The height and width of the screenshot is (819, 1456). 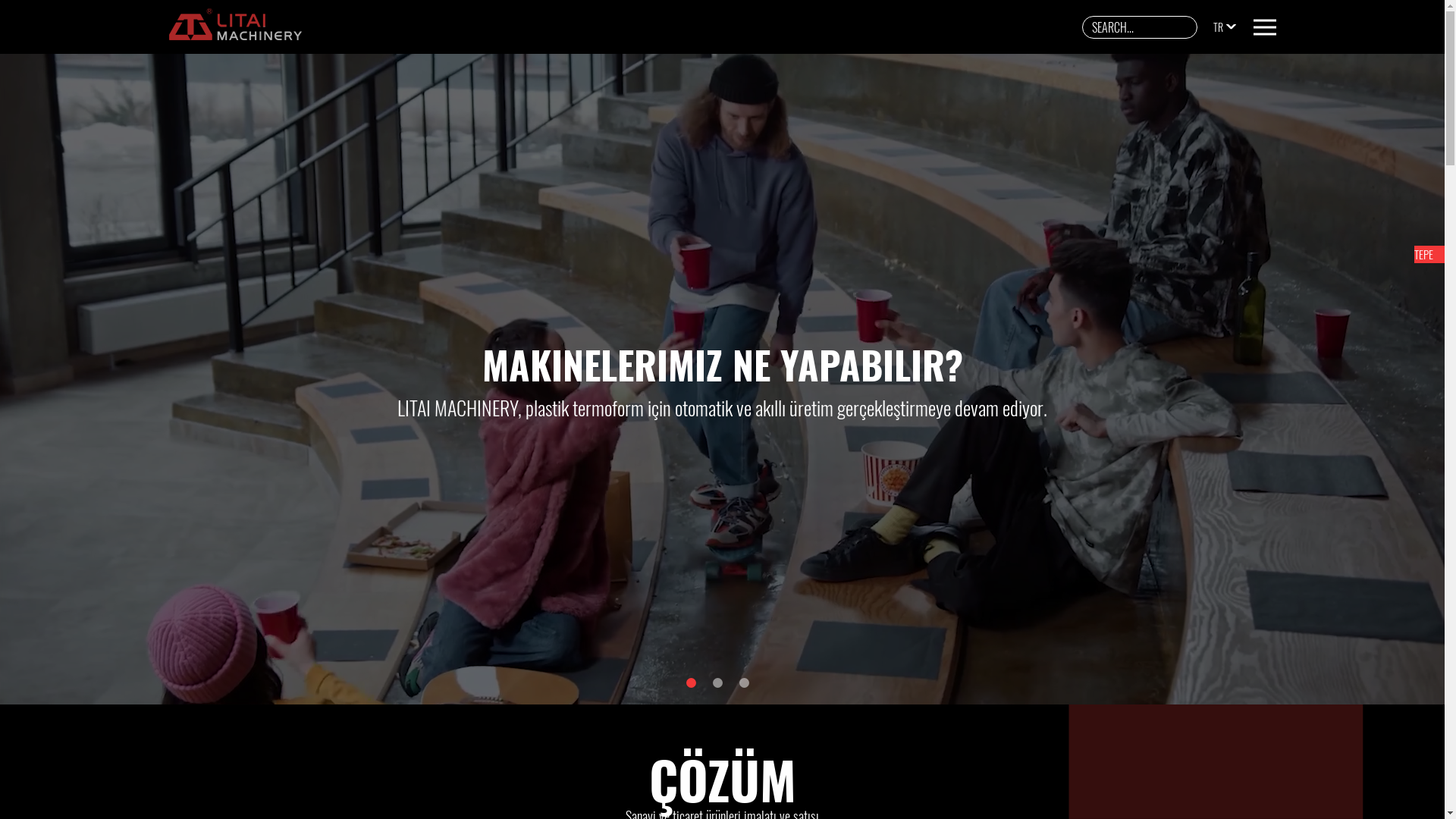 What do you see at coordinates (717, 682) in the screenshot?
I see `'2'` at bounding box center [717, 682].